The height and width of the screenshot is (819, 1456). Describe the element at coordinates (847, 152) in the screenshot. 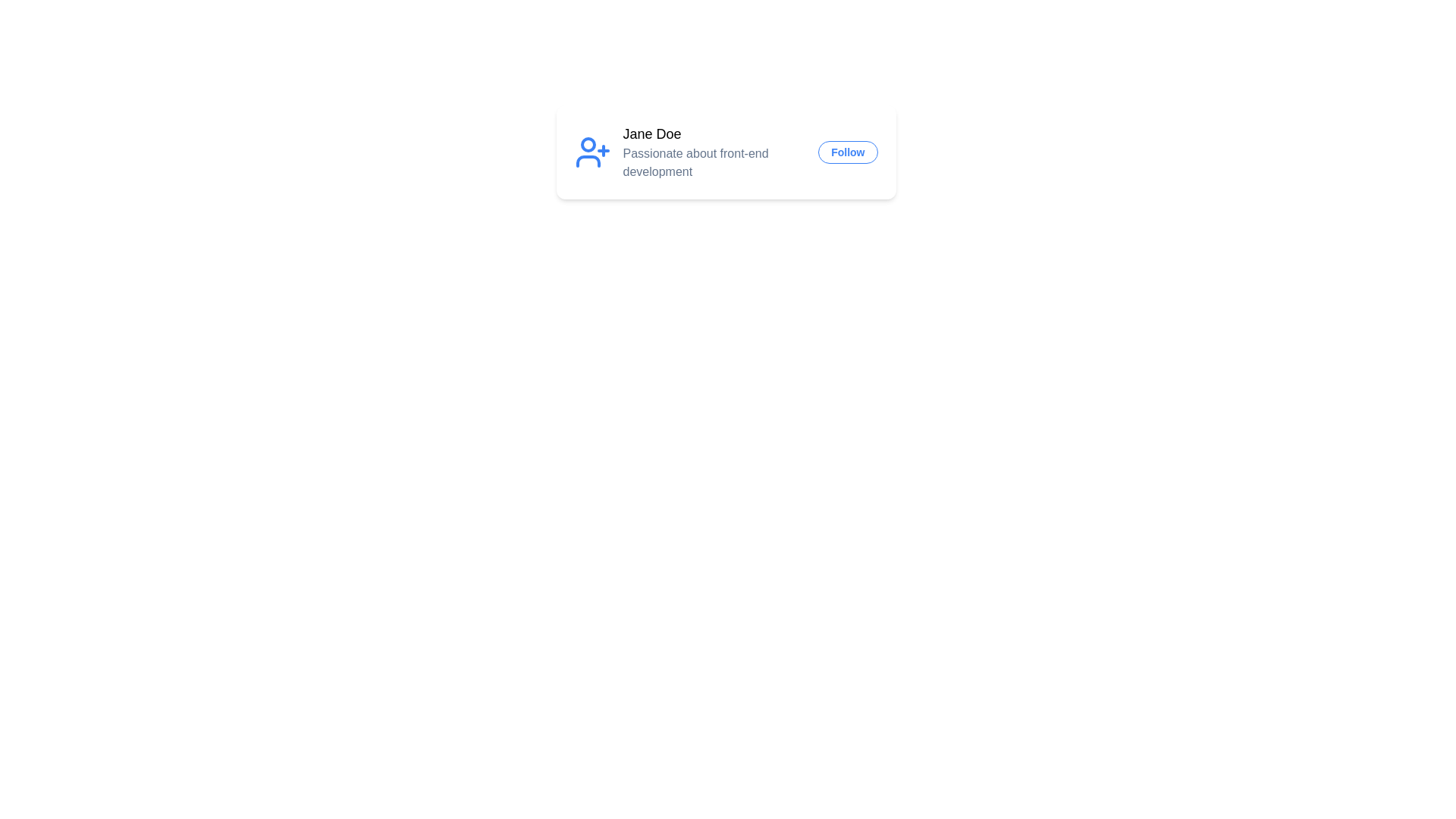

I see `the follow button located at the top-right corner of the user information card to initiate the follow action` at that location.